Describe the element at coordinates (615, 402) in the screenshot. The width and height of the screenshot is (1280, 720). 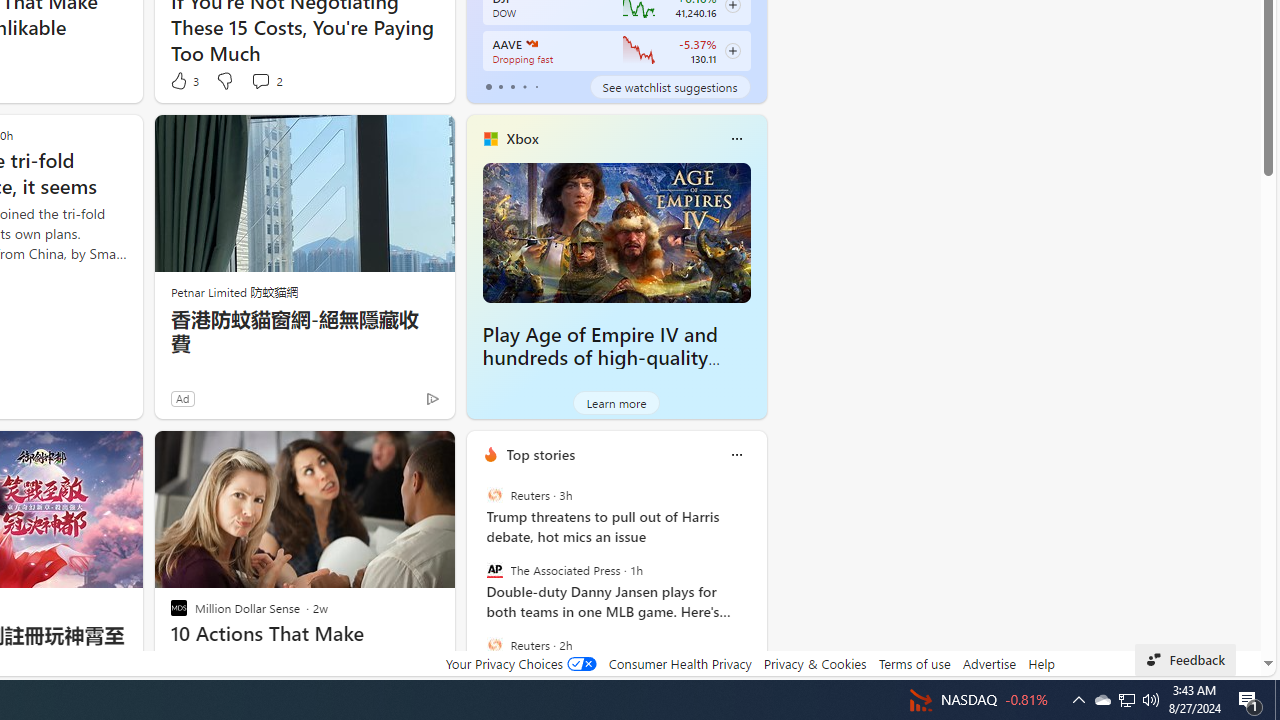
I see `'Learn more'` at that location.